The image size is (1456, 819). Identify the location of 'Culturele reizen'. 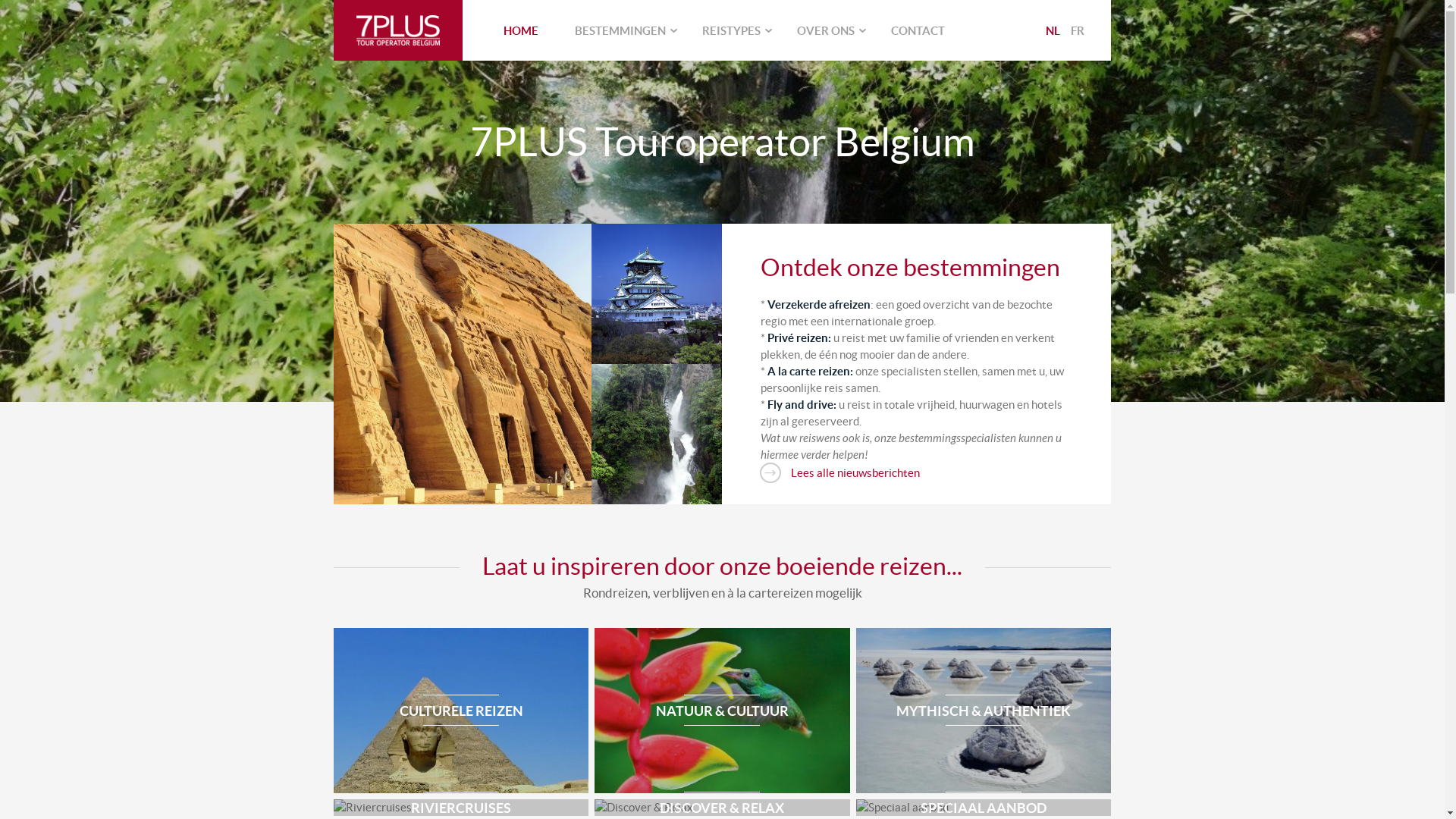
(460, 710).